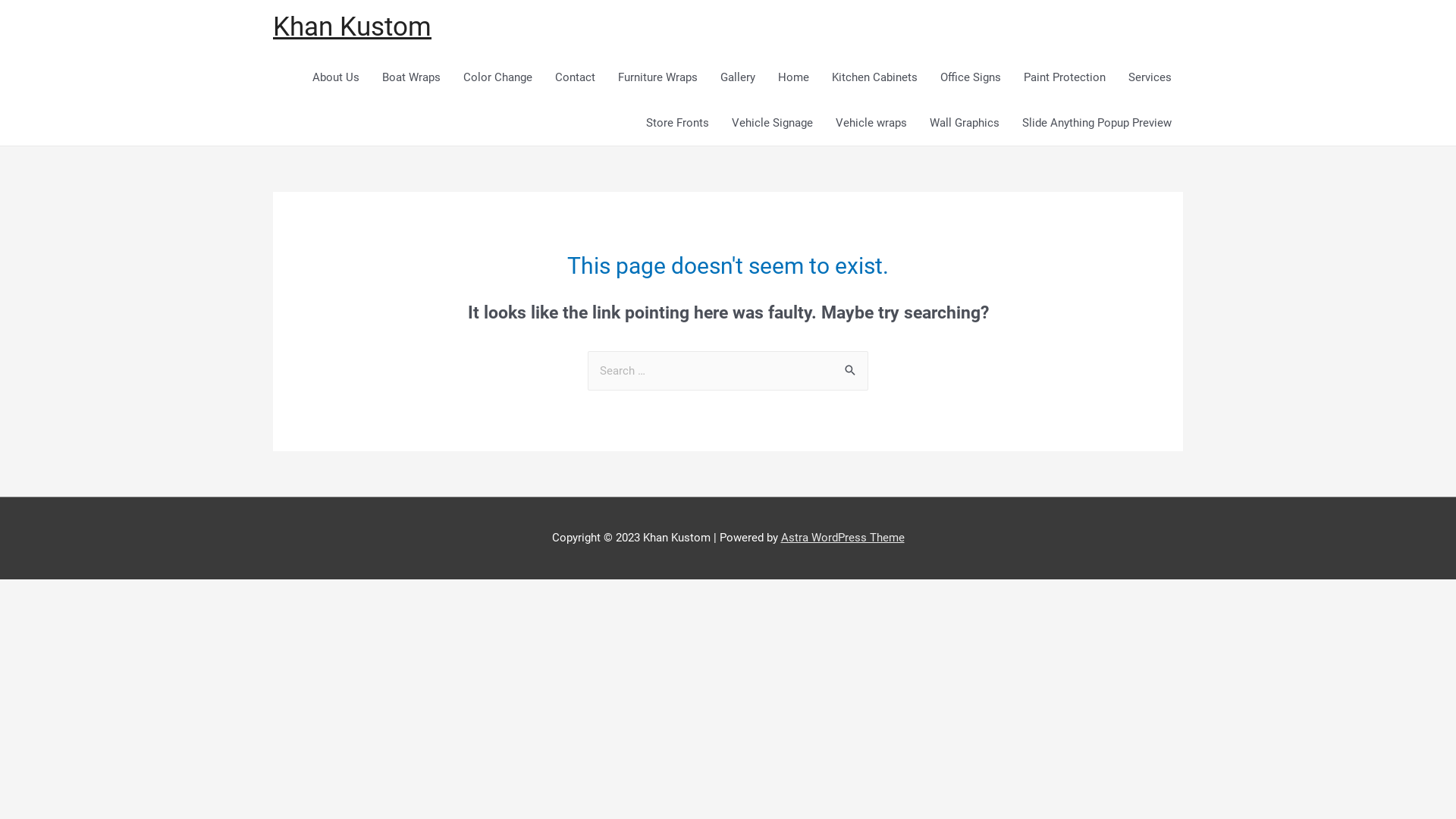 Image resolution: width=1456 pixels, height=819 pixels. Describe the element at coordinates (871, 122) in the screenshot. I see `'Vehicle wraps'` at that location.